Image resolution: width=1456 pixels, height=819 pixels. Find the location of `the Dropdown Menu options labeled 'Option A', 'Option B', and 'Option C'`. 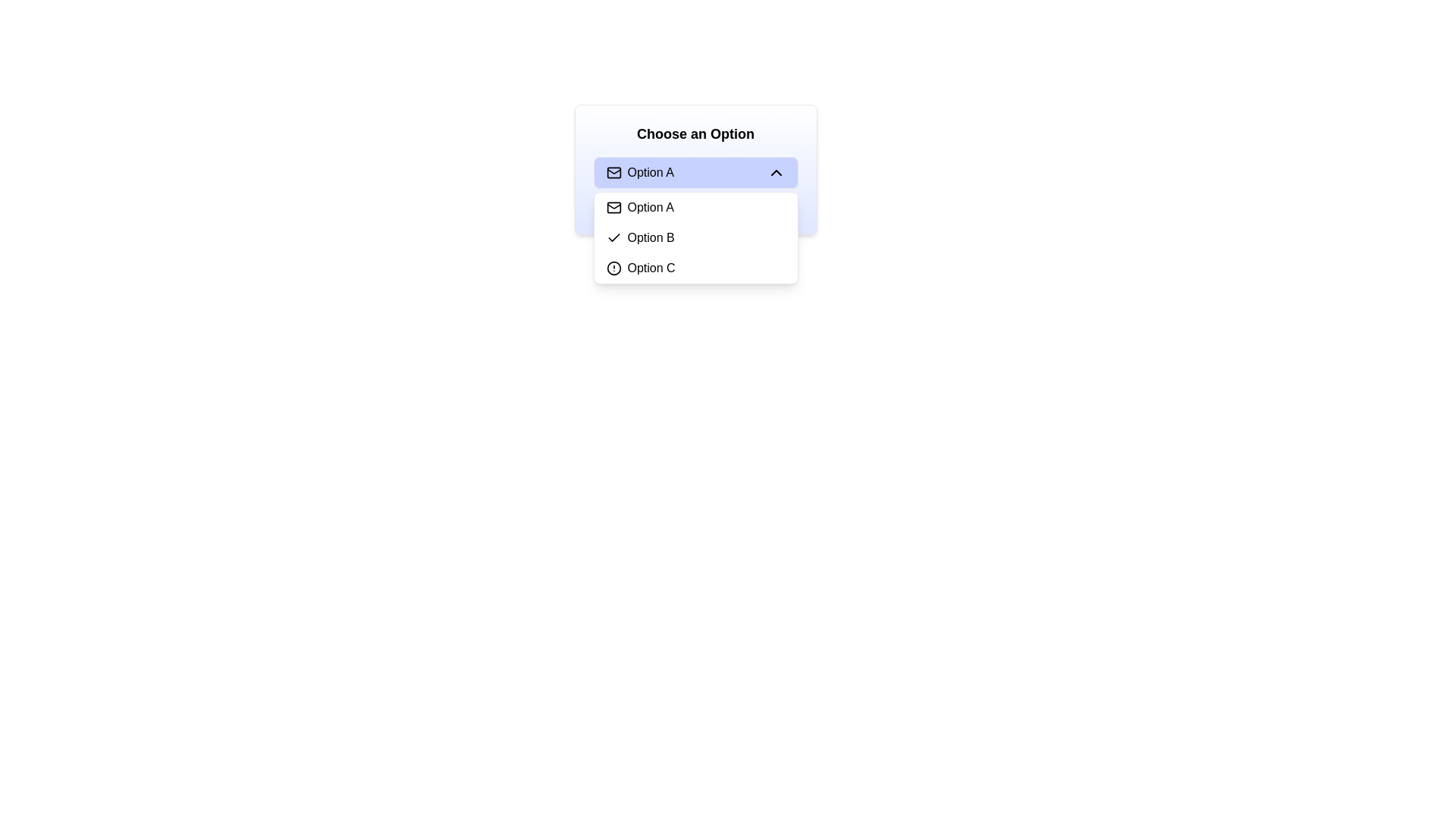

the Dropdown Menu options labeled 'Option A', 'Option B', and 'Option C' is located at coordinates (695, 237).